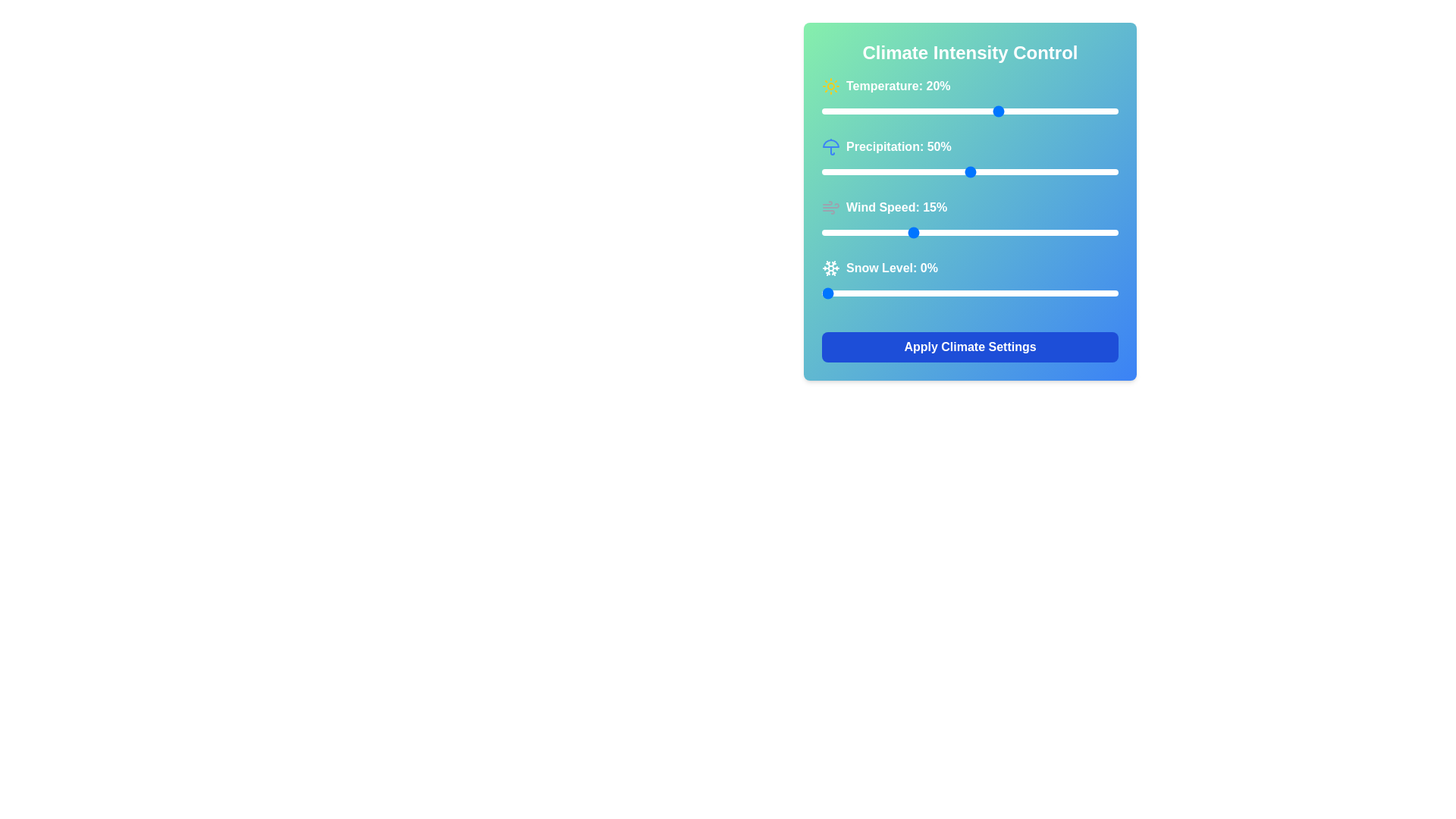  Describe the element at coordinates (969, 347) in the screenshot. I see `the button located at the bottom of the 'Climate Intensity Control' card, which confirms selected climate-related settings` at that location.